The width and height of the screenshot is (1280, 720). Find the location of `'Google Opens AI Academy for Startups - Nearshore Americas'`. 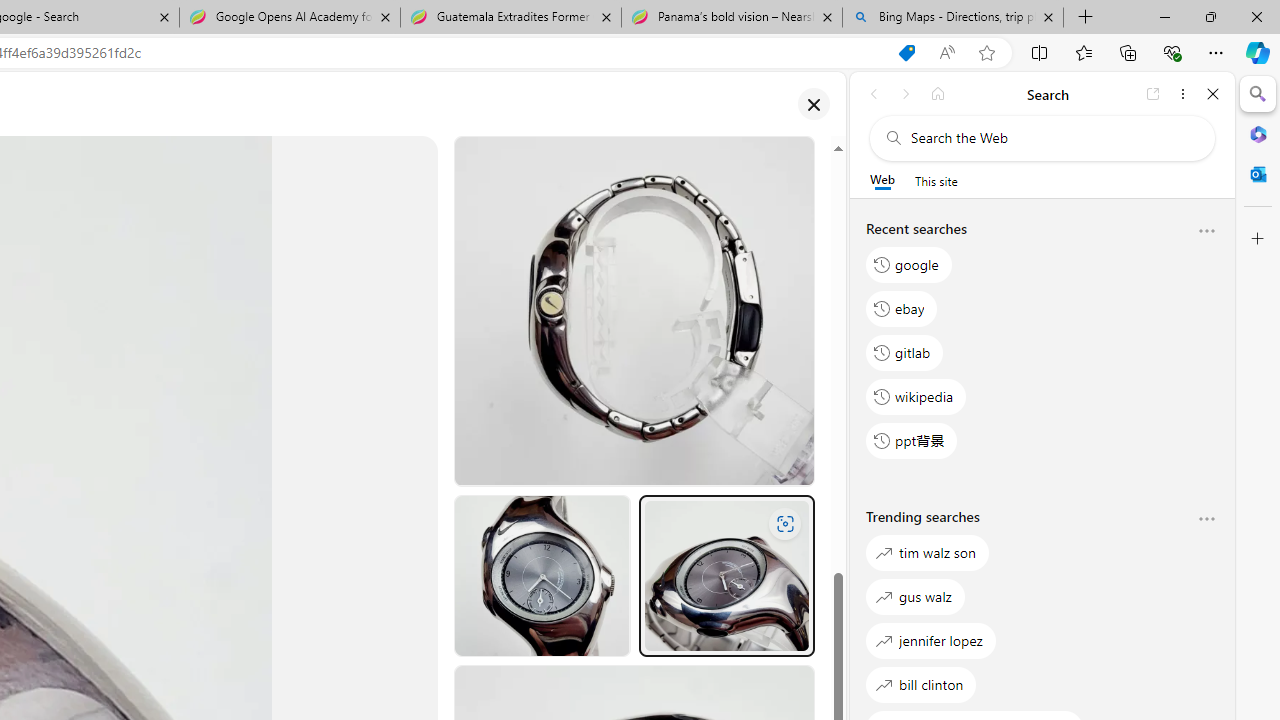

'Google Opens AI Academy for Startups - Nearshore Americas' is located at coordinates (289, 17).